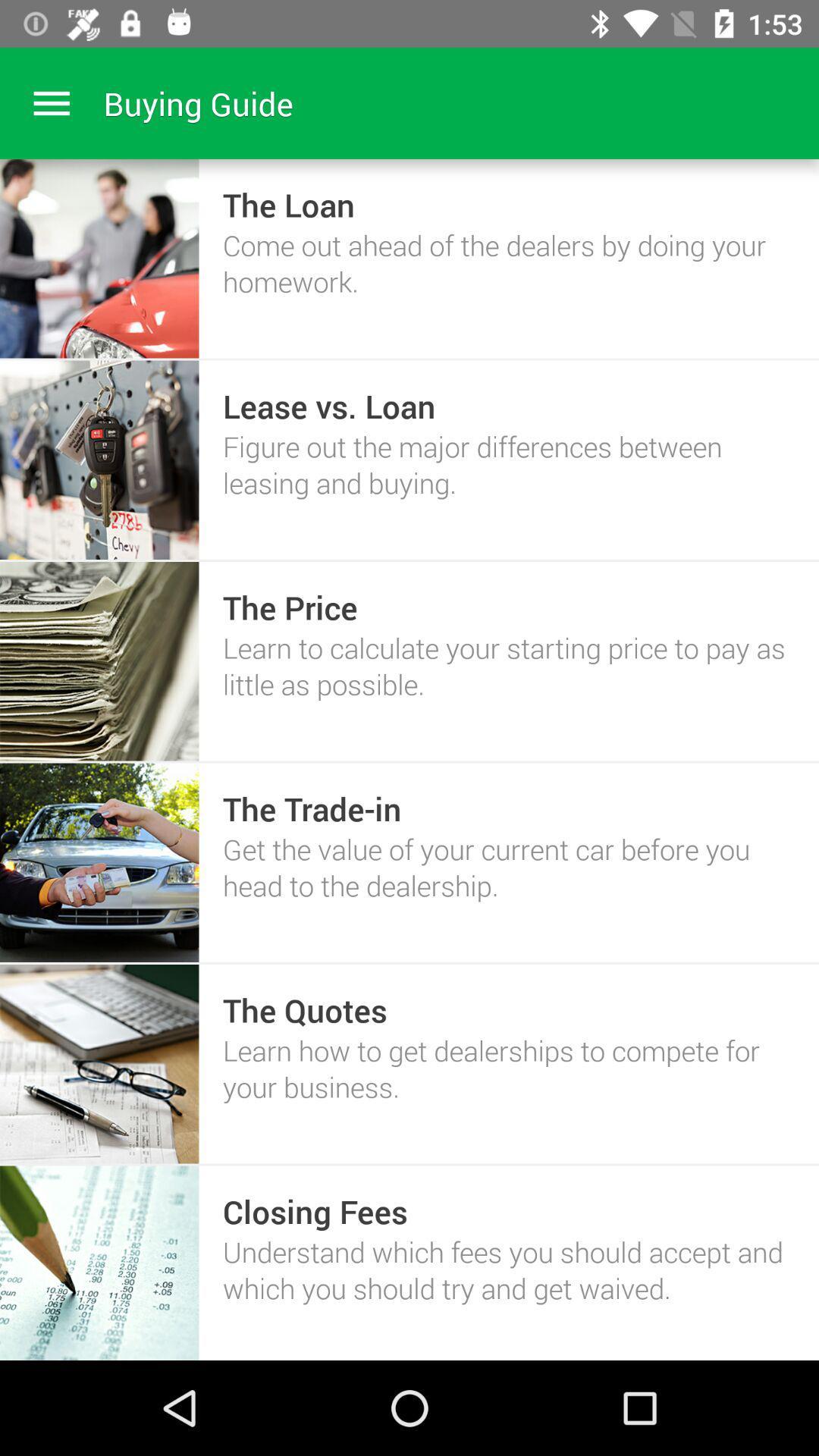  What do you see at coordinates (290, 607) in the screenshot?
I see `the item below figure out the item` at bounding box center [290, 607].